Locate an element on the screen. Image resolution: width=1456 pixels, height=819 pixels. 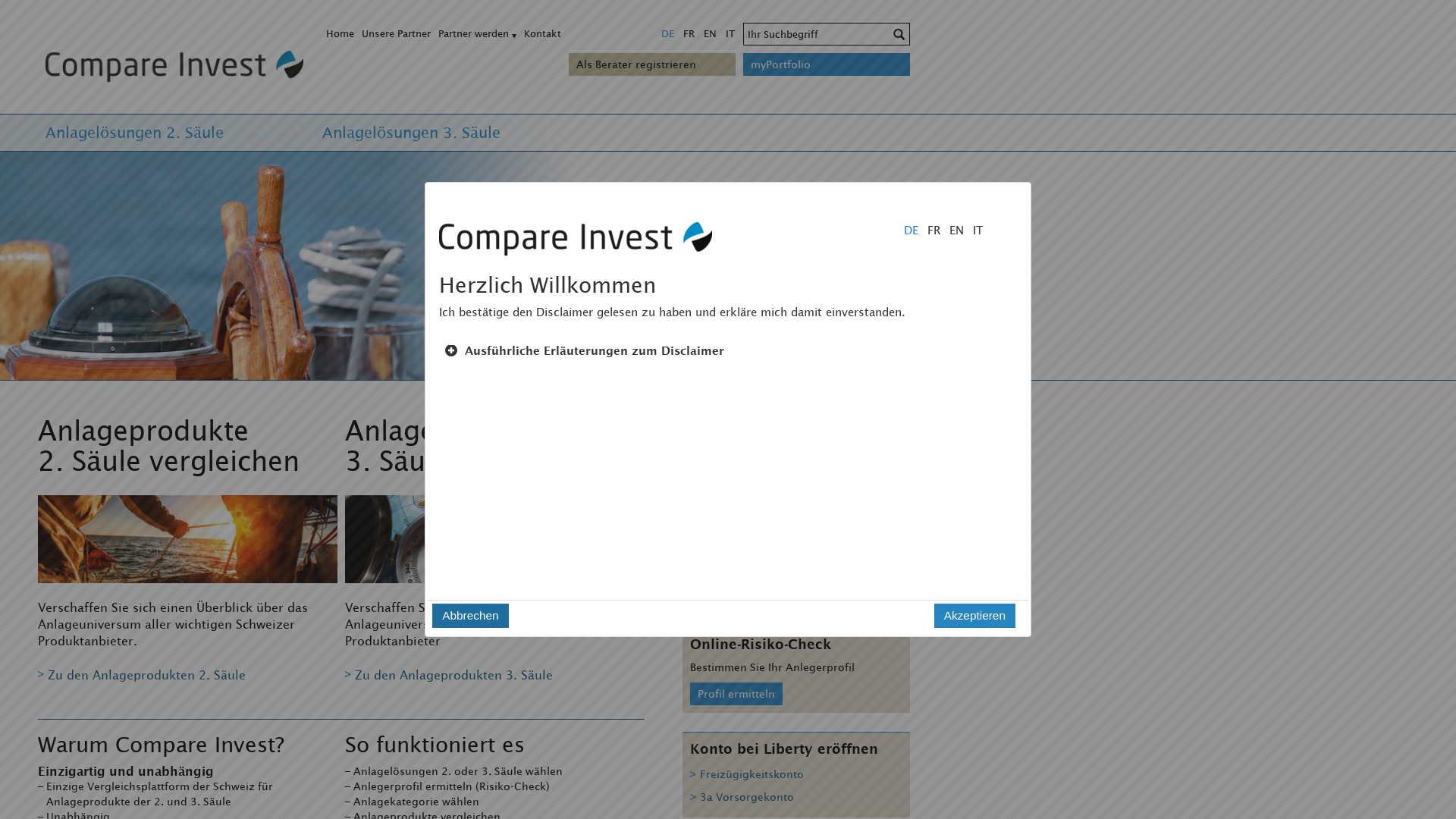
'FR' is located at coordinates (677, 33).